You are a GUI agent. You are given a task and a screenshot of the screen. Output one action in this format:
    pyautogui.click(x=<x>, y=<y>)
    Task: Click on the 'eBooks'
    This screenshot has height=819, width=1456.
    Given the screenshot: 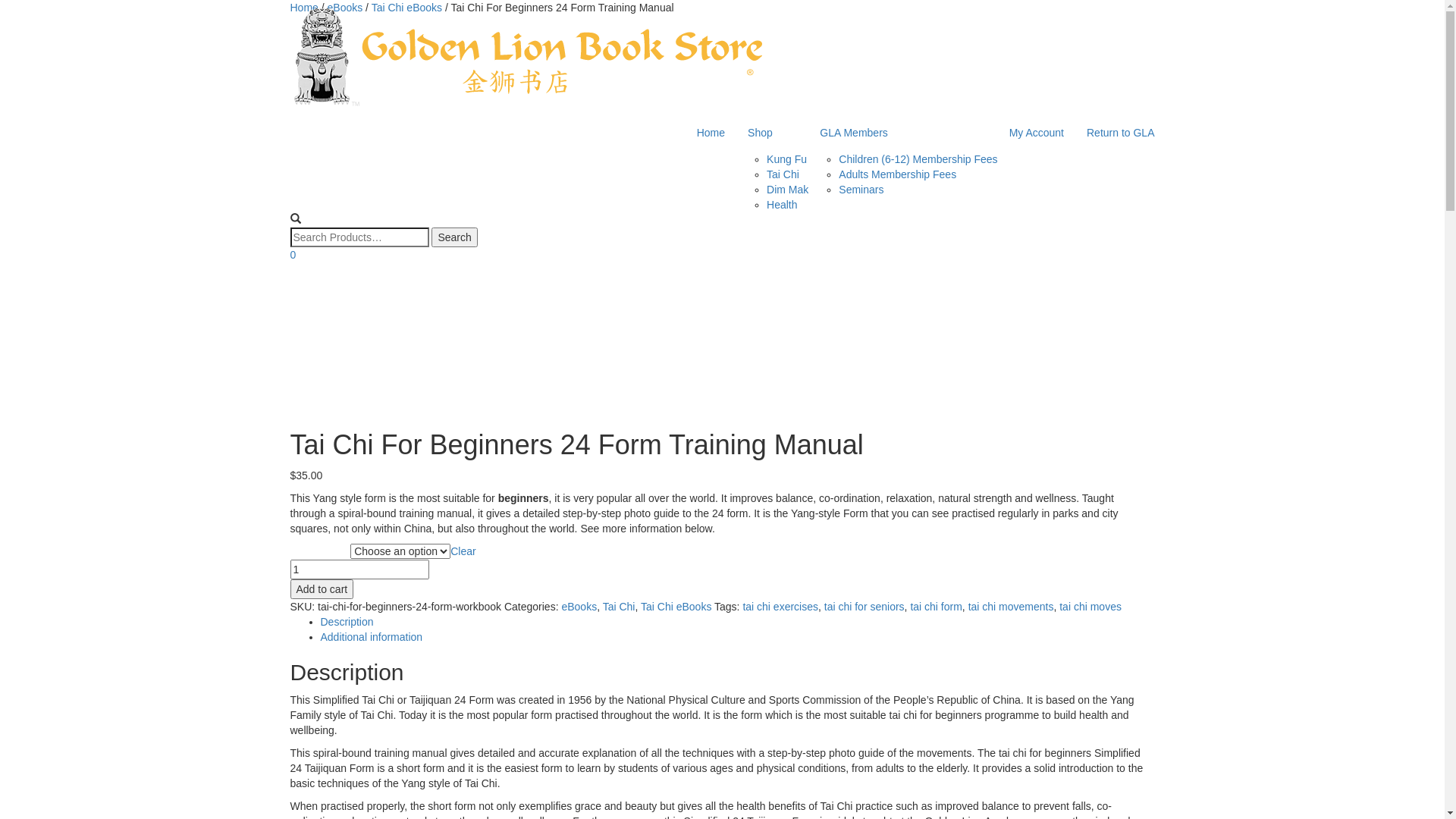 What is the action you would take?
    pyautogui.click(x=578, y=605)
    